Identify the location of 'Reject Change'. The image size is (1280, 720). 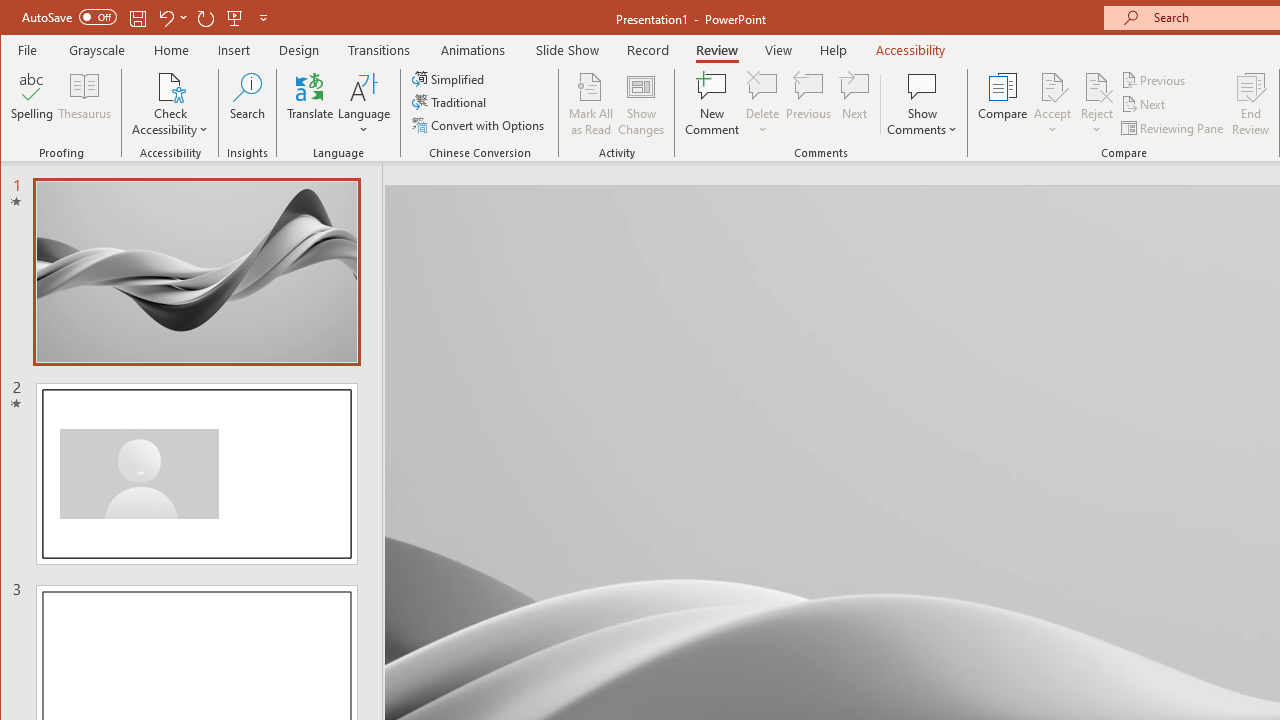
(1095, 85).